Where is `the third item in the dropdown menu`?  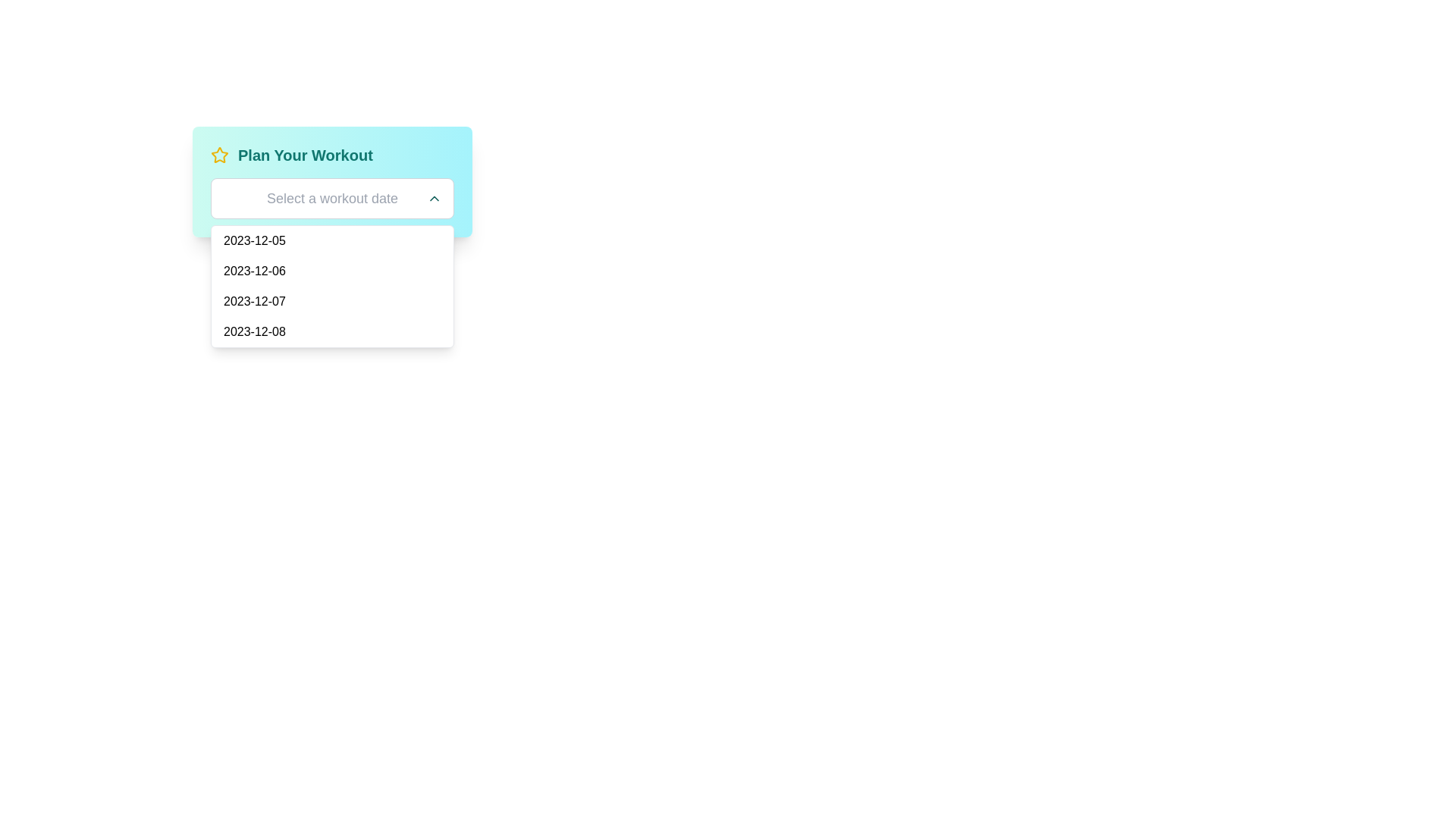 the third item in the dropdown menu is located at coordinates (331, 301).